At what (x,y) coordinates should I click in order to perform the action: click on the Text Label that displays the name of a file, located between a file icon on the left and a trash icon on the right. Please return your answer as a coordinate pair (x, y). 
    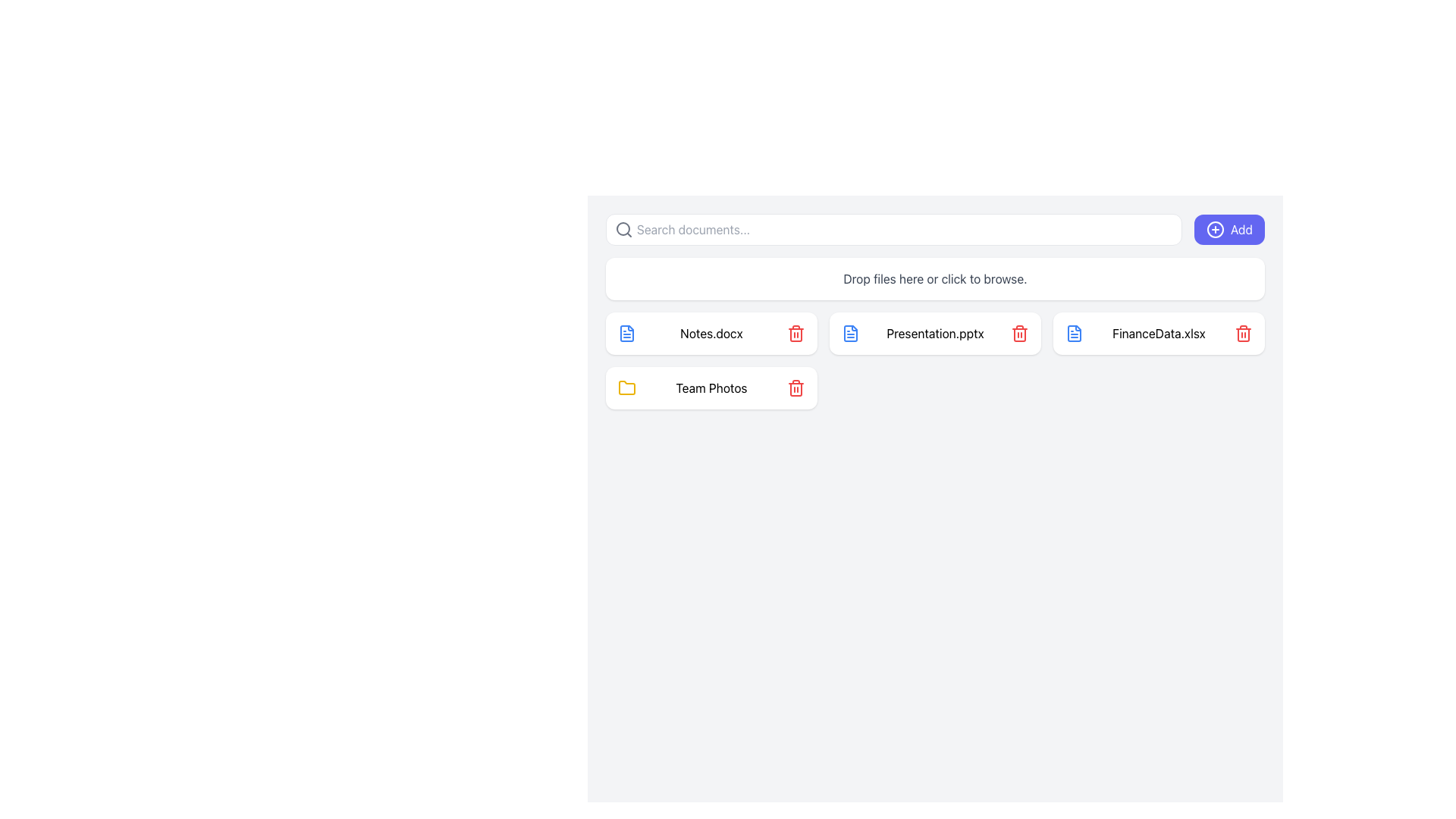
    Looking at the image, I should click on (934, 332).